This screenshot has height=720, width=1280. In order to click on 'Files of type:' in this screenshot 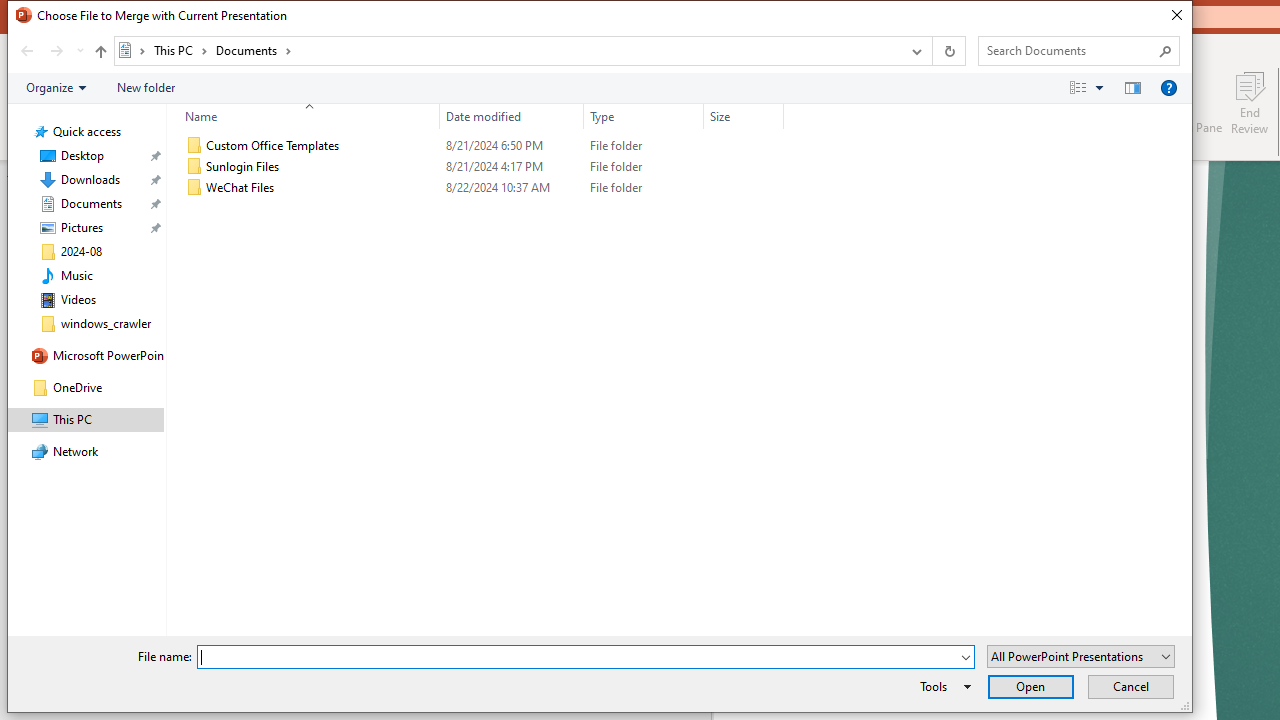, I will do `click(1079, 656)`.